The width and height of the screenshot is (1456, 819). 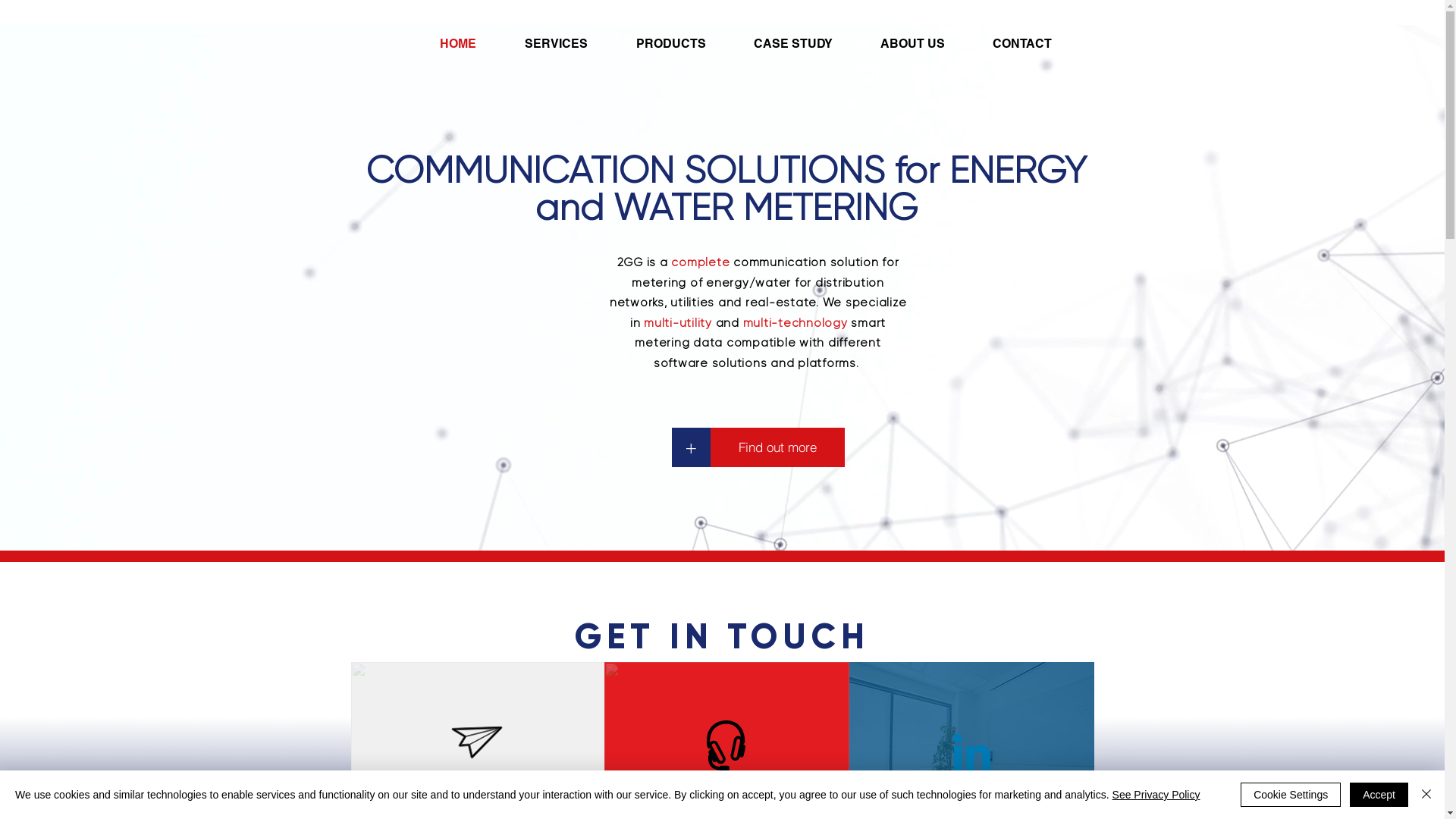 I want to click on 'SERVICES', so click(x=567, y=42).